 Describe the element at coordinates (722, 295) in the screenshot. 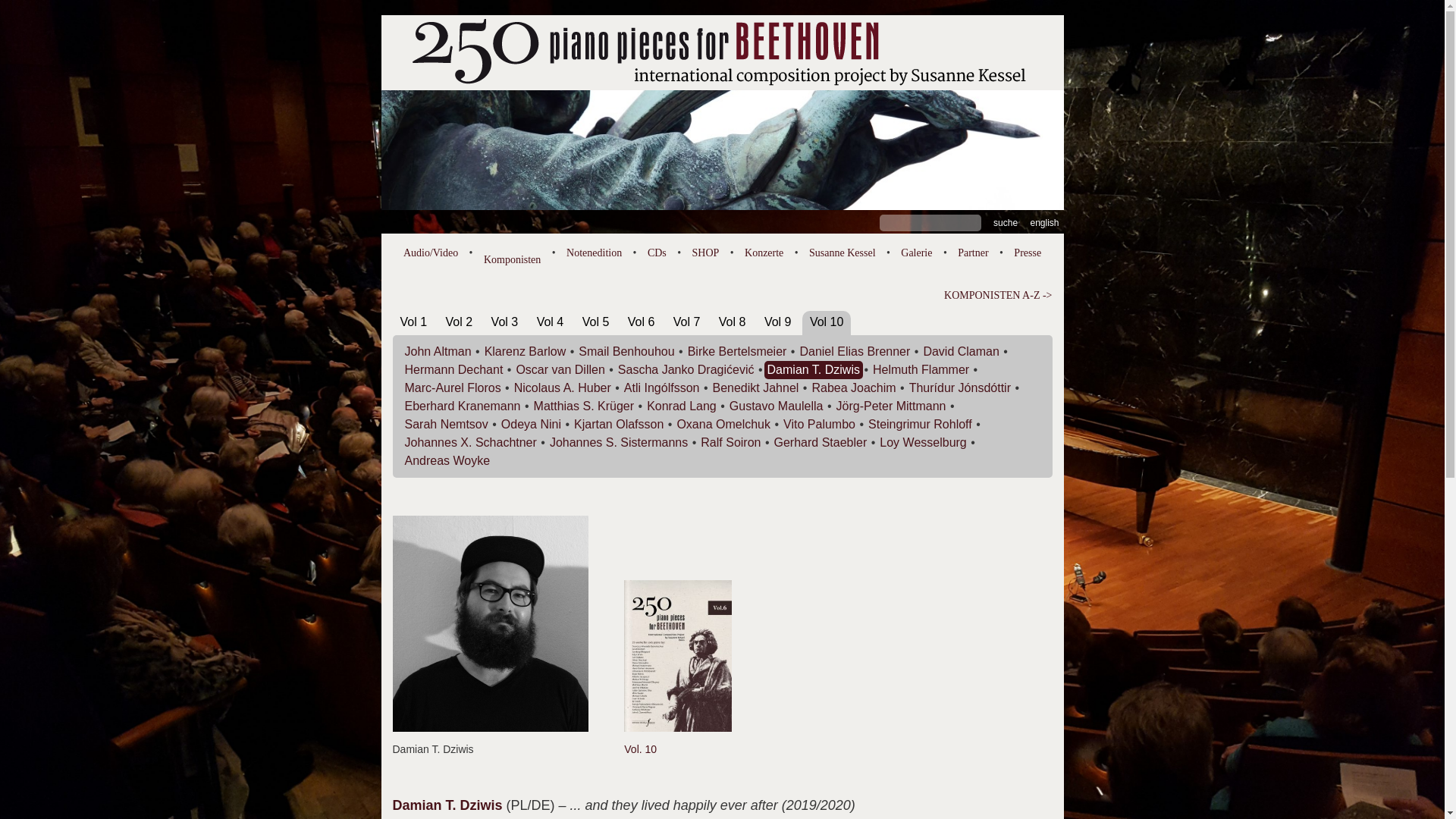

I see `'KOMPONISTEN A-Z ->'` at that location.